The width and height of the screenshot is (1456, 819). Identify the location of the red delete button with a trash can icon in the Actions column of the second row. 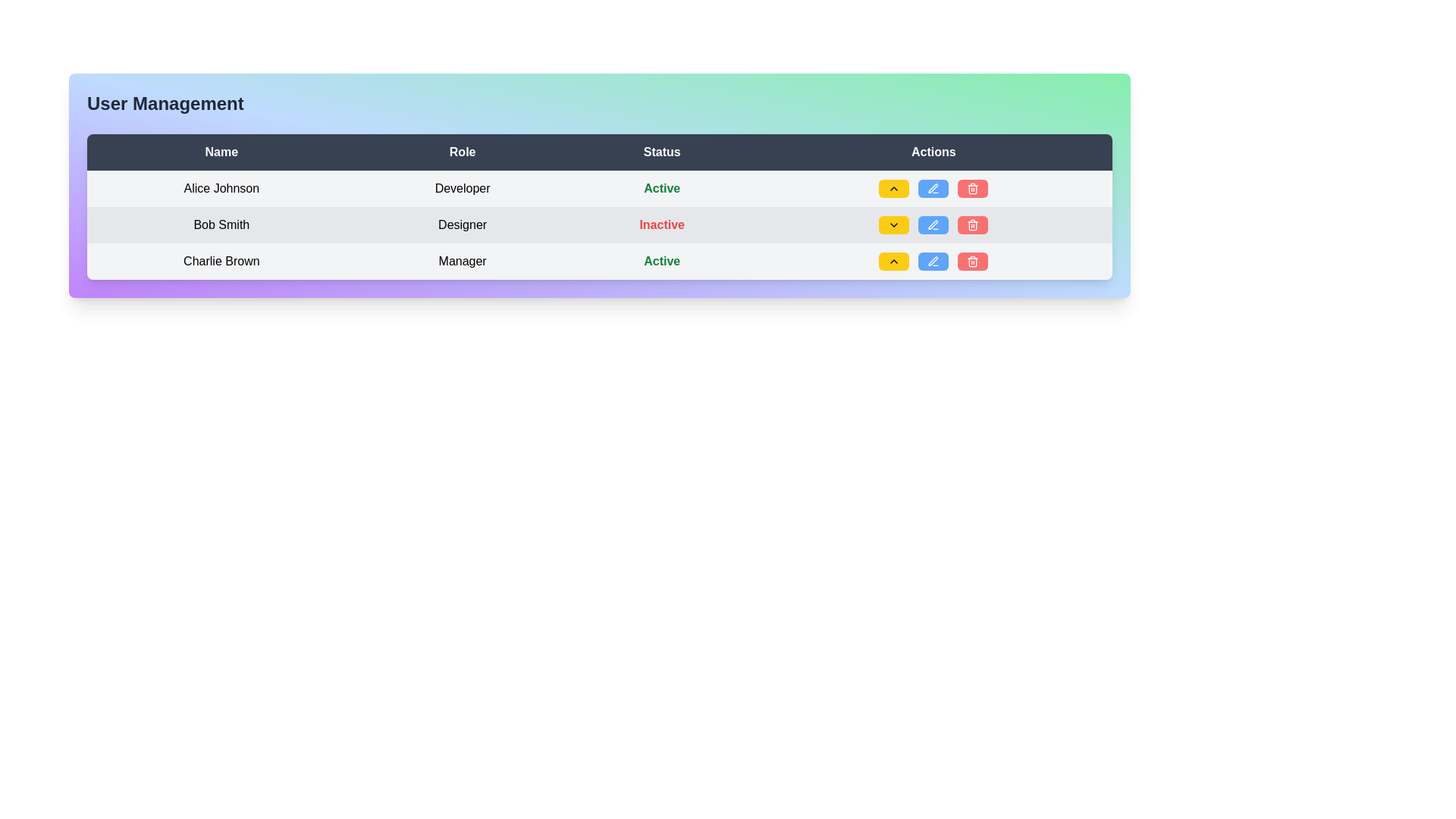
(973, 188).